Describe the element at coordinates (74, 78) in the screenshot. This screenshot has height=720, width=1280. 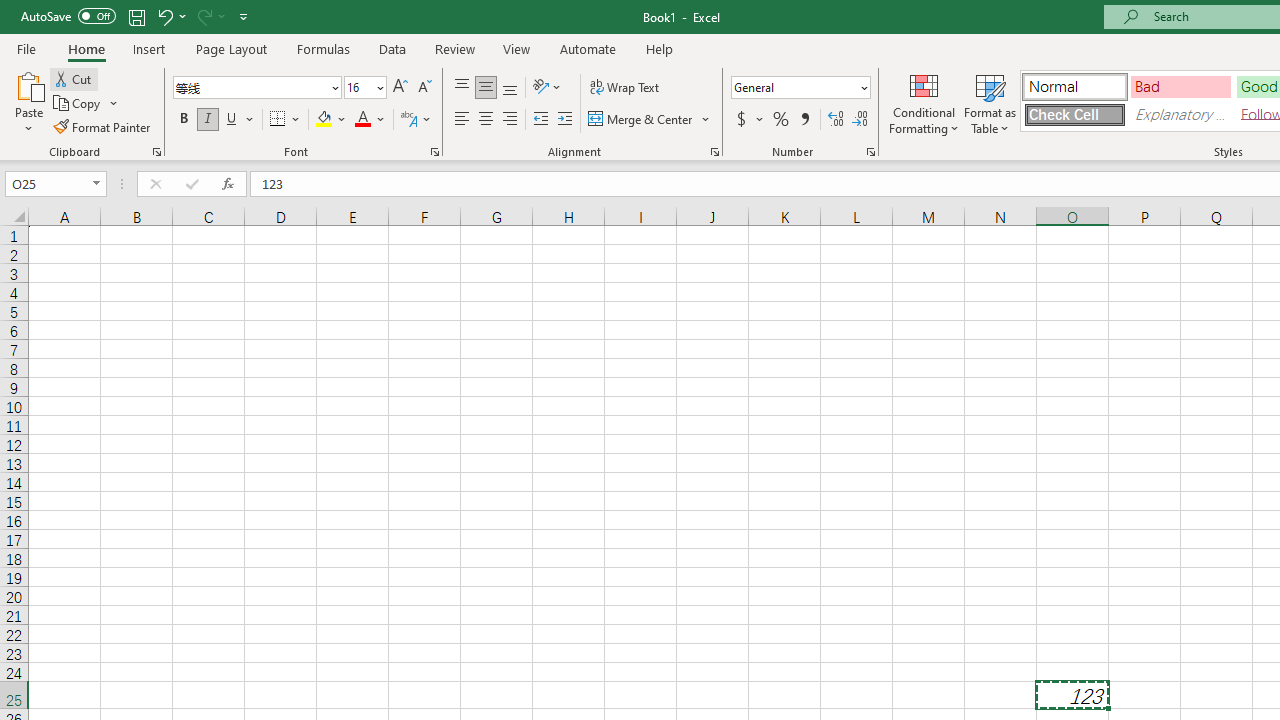
I see `'Cut'` at that location.